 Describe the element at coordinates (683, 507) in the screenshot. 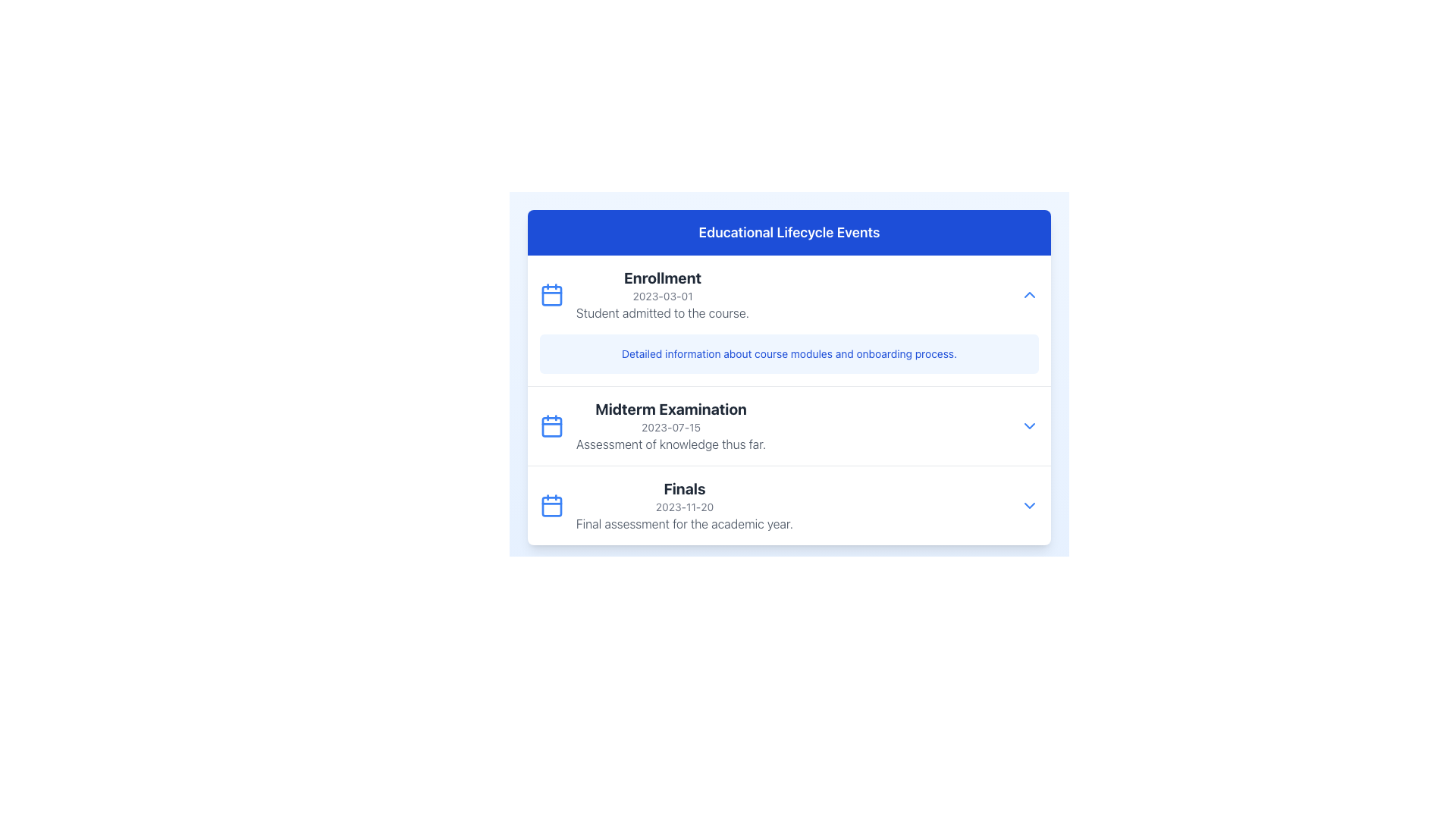

I see `the text label displaying the date '2023-11-20', which is located beneath the bold title 'Finals' and above the descriptive text 'Final assessment for the academic year.'` at that location.